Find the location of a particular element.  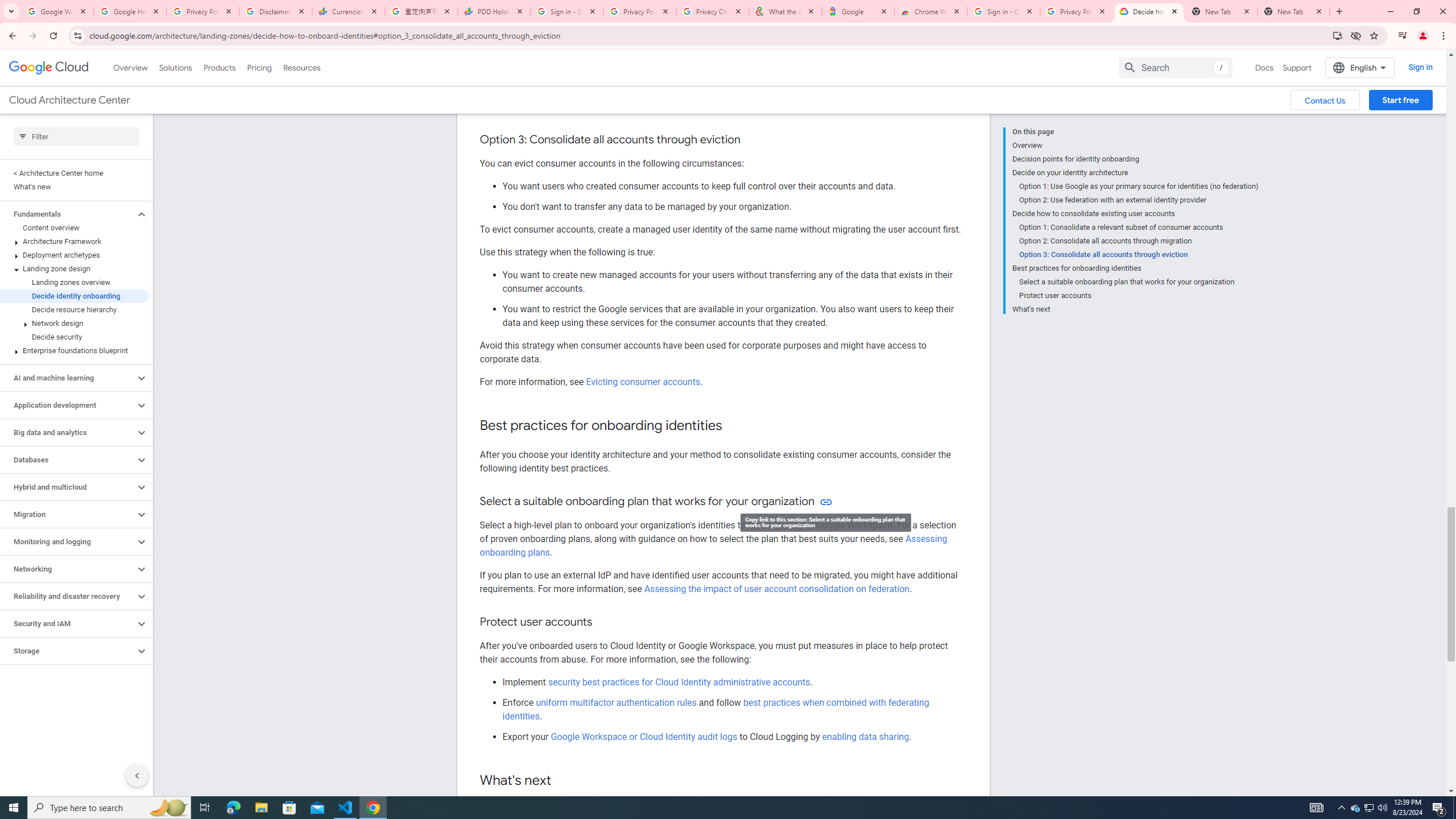

'Option 3: Consolidate all accounts through eviction' is located at coordinates (1138, 254).